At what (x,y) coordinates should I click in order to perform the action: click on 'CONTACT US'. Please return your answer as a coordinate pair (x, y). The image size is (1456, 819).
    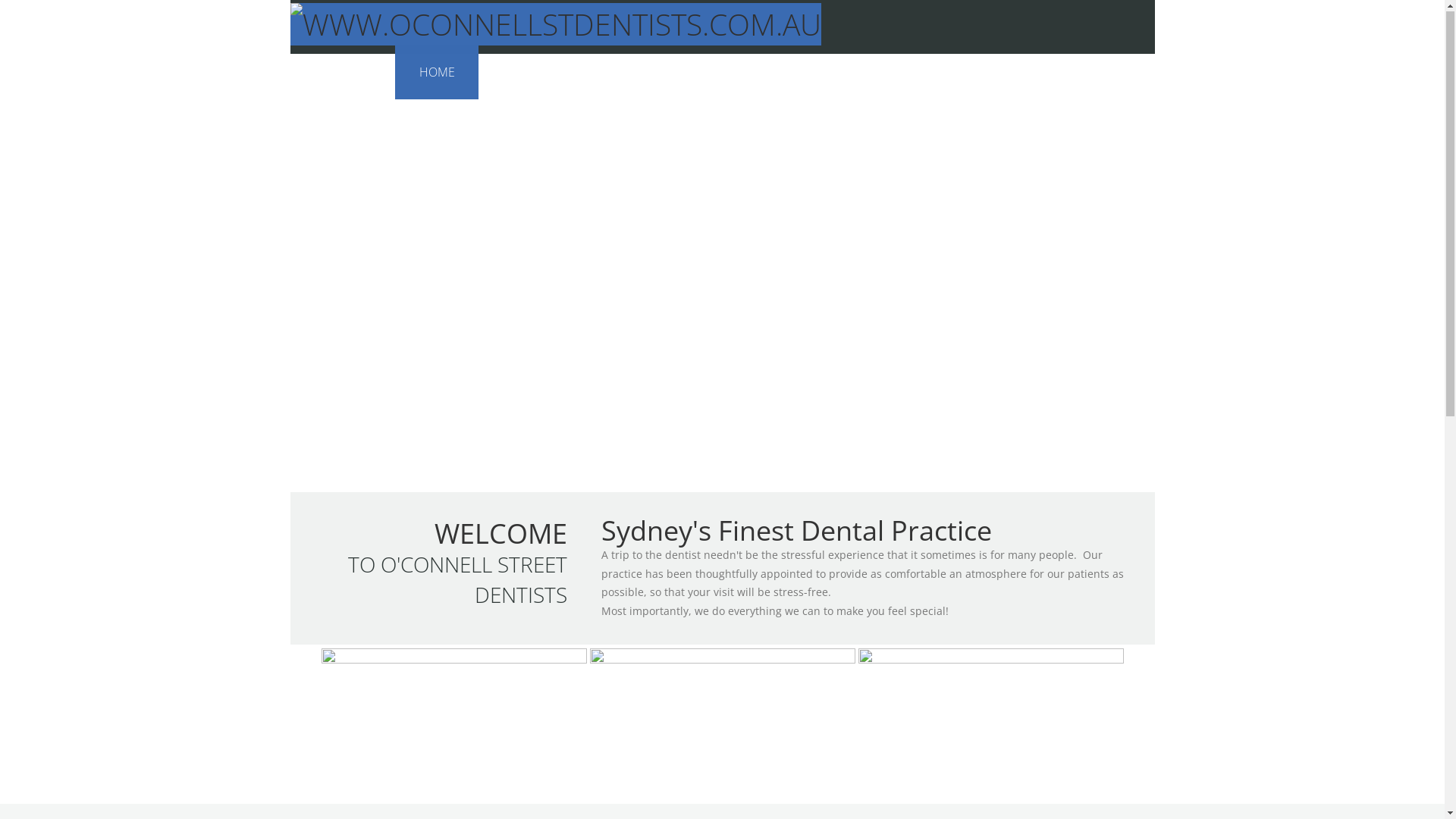
    Looking at the image, I should click on (1095, 73).